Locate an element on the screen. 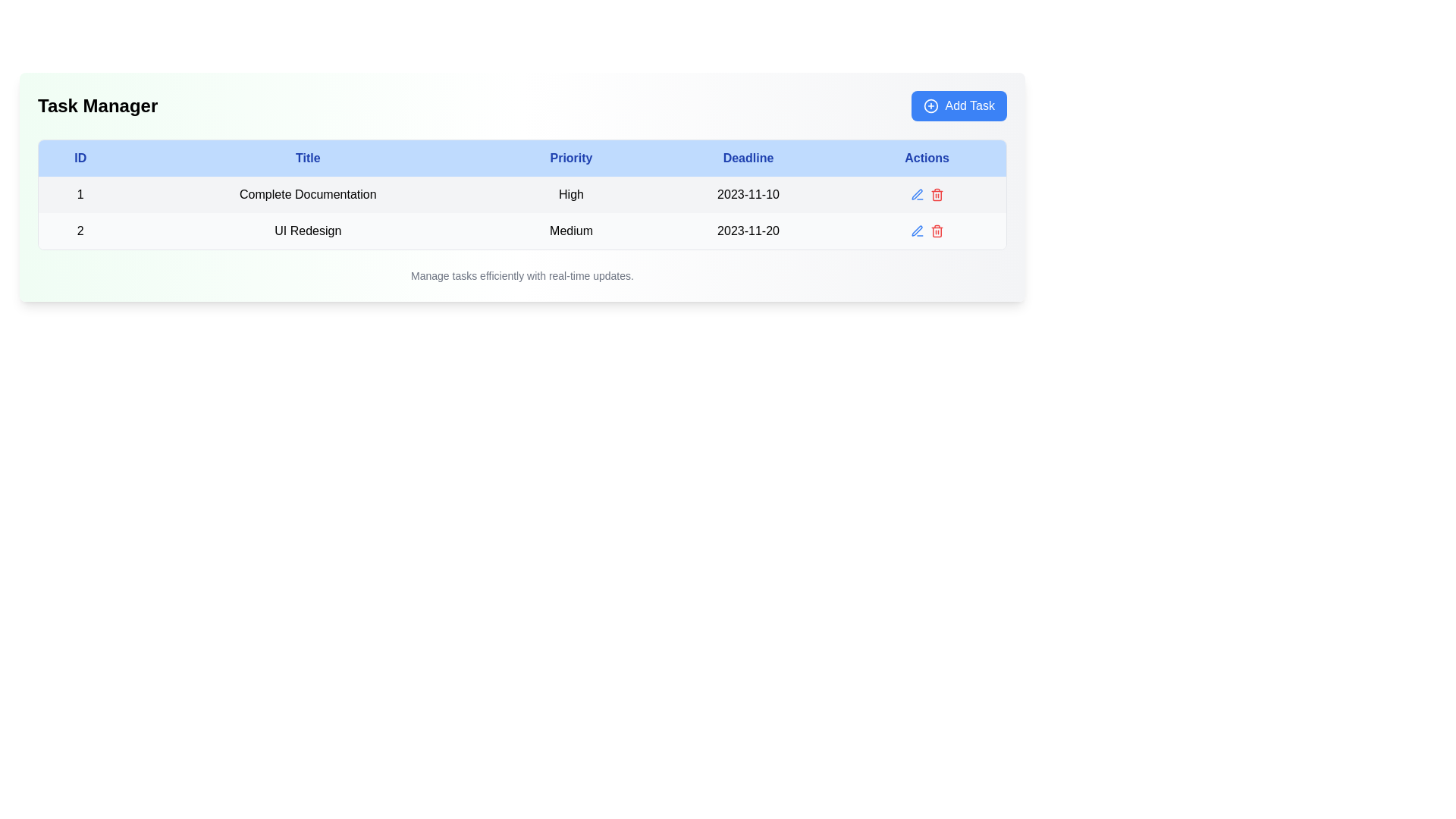  the text display that reads 'UI Redesign' located in the second column of the second row of a task management table is located at coordinates (307, 231).